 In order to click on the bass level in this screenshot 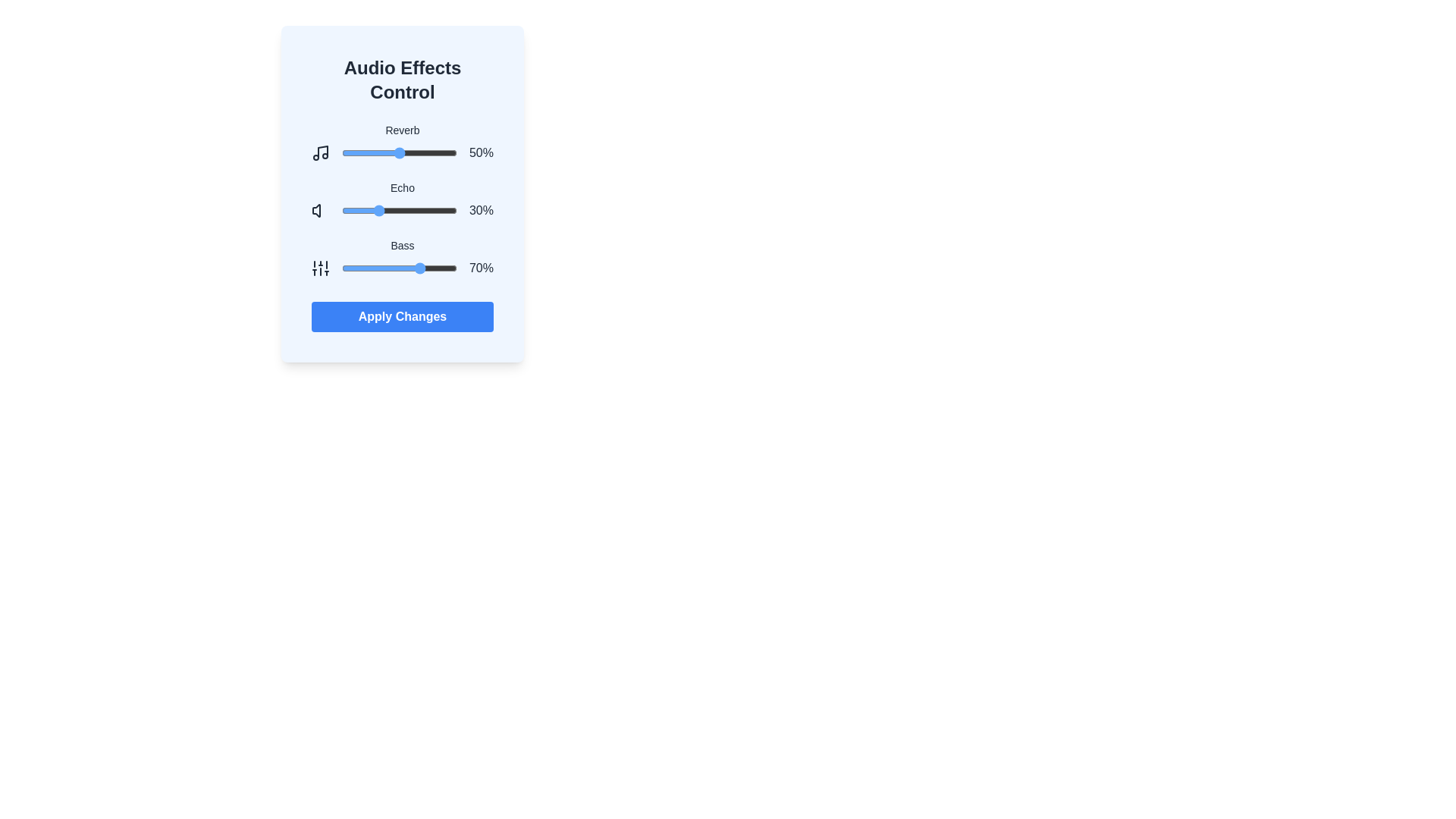, I will do `click(409, 268)`.